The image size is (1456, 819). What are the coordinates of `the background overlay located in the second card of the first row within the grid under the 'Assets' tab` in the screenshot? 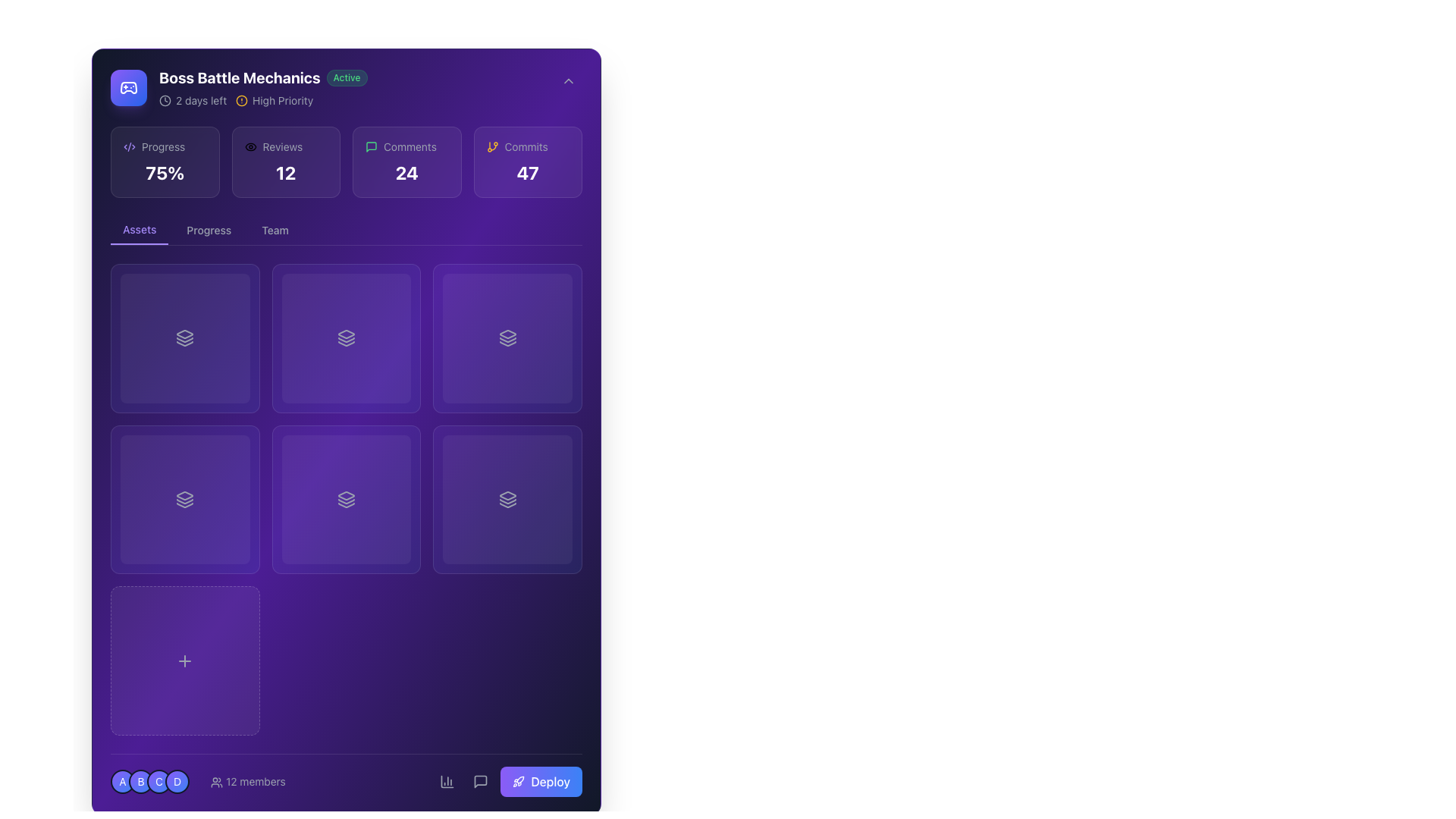 It's located at (184, 500).